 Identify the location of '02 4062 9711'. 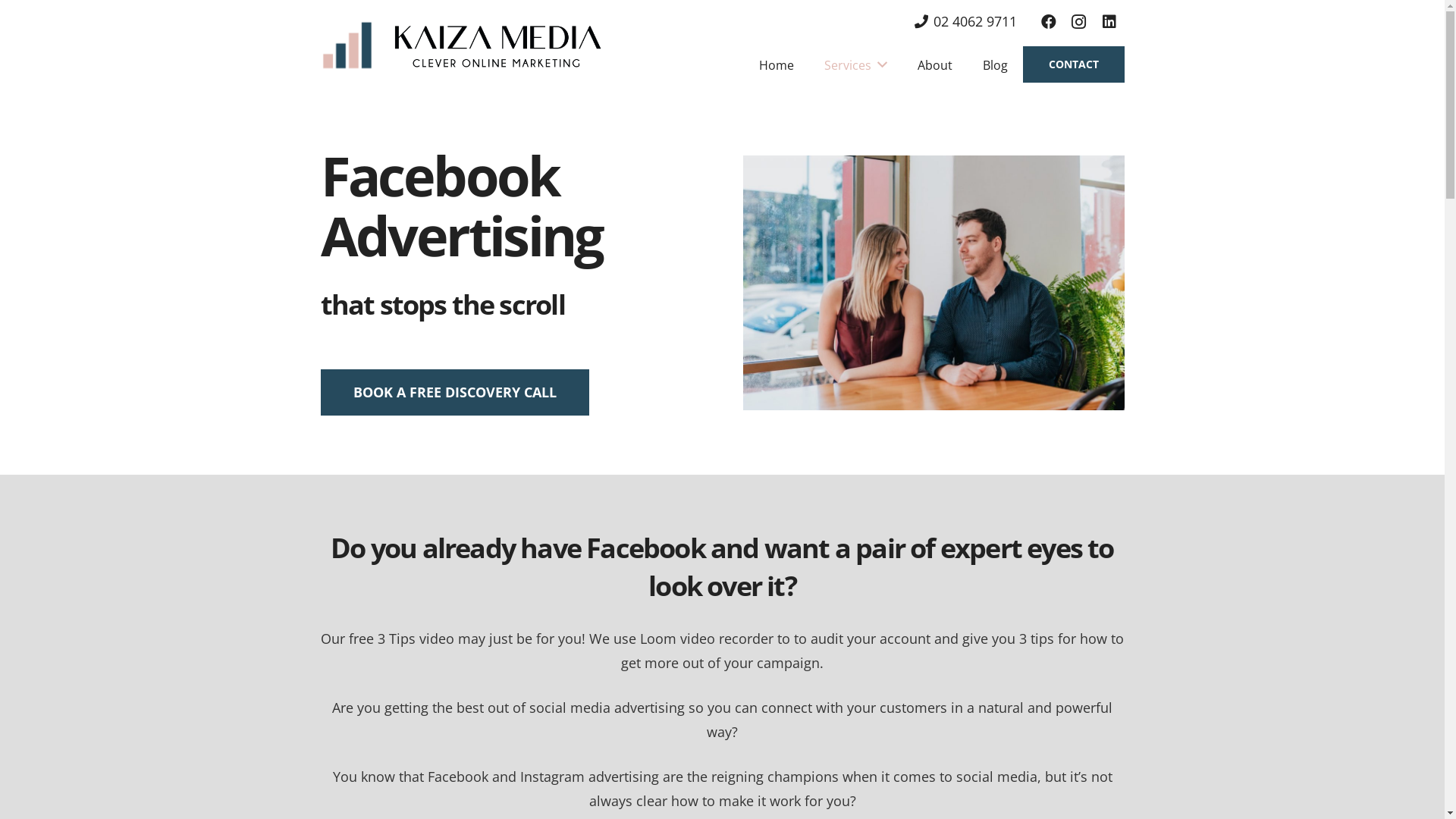
(965, 20).